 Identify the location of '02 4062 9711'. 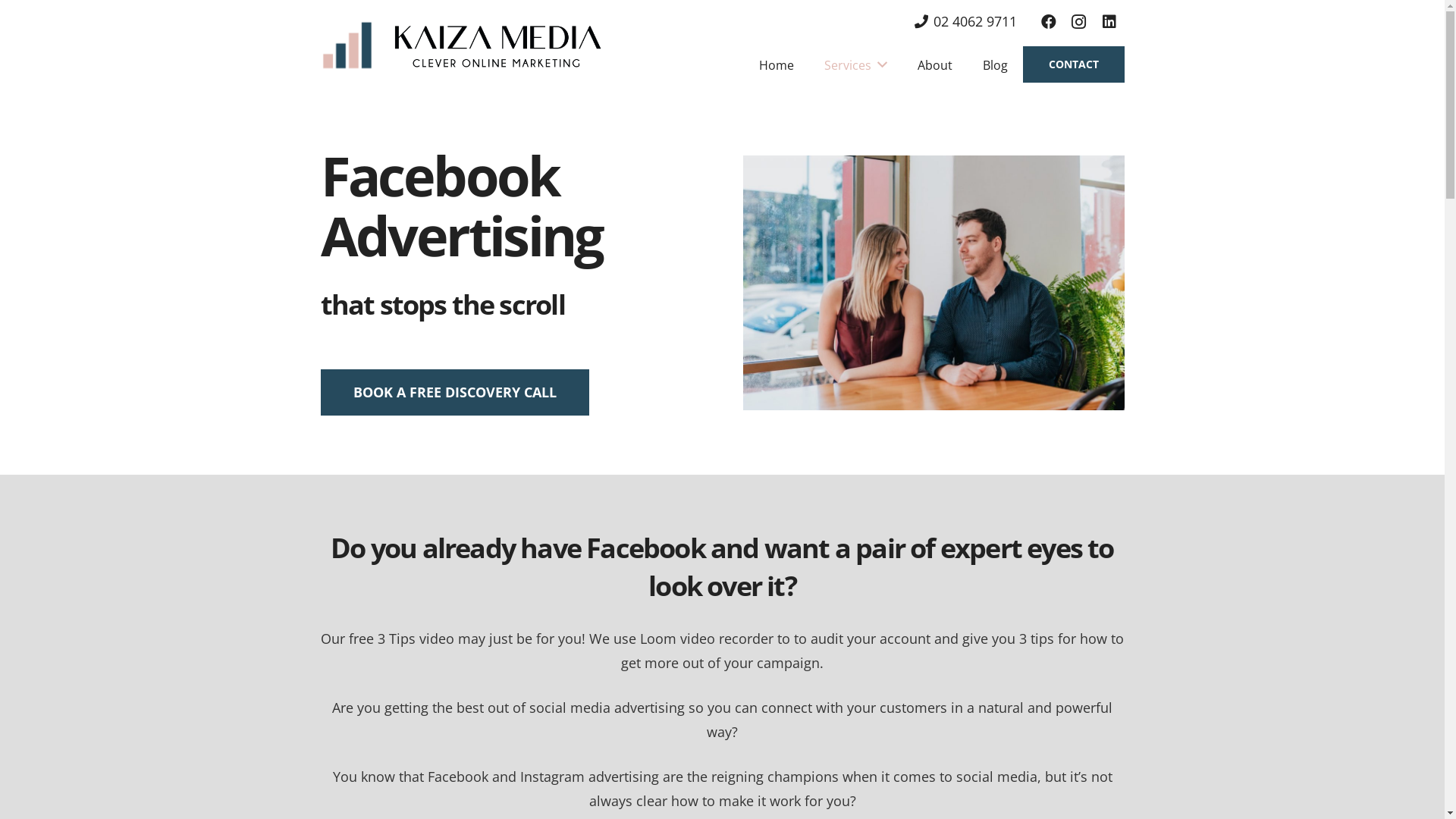
(965, 20).